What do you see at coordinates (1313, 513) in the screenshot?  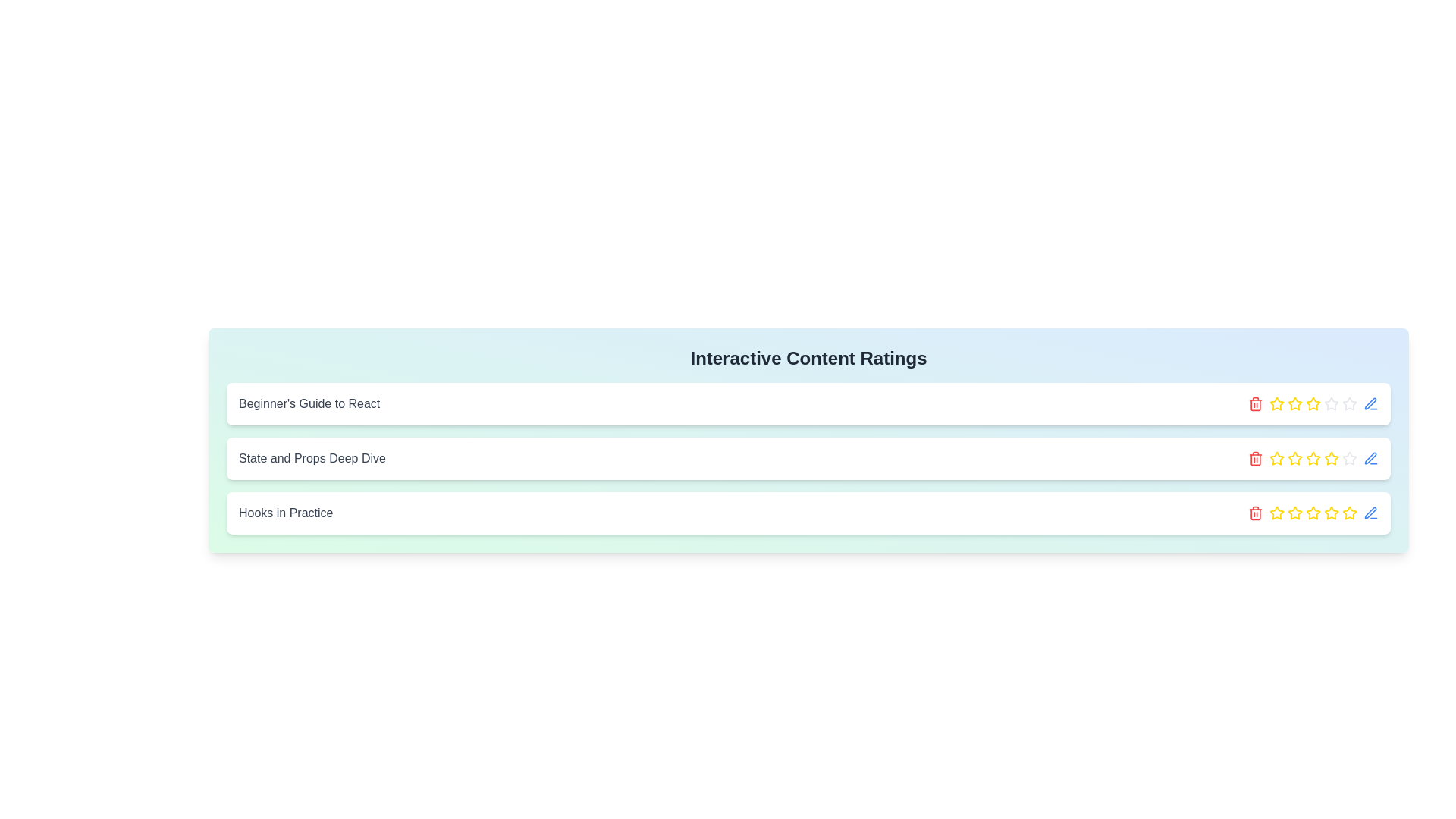 I see `the fifth star icon in the 'Hooks in Practice' rating section` at bounding box center [1313, 513].